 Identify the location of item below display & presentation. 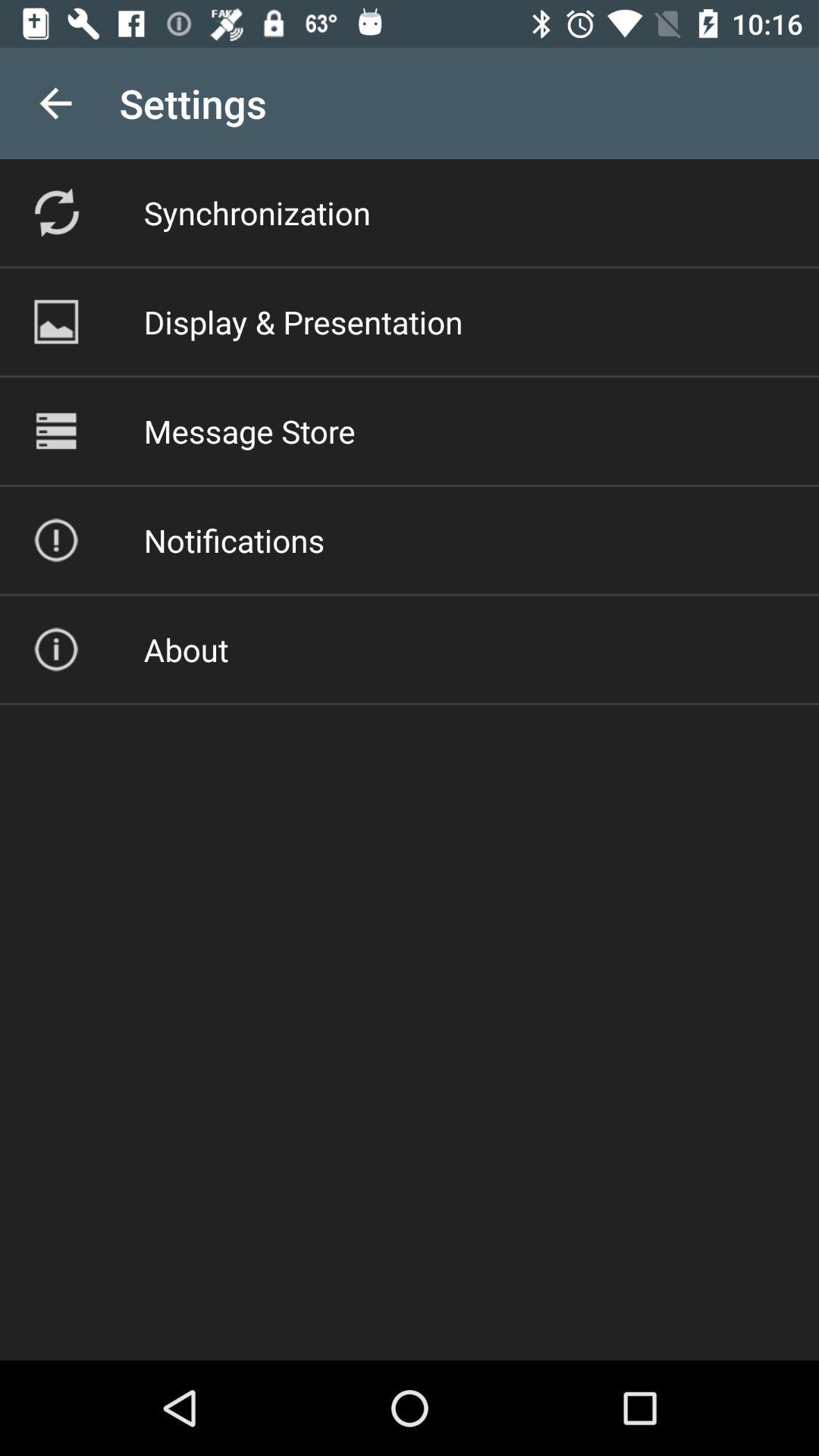
(249, 430).